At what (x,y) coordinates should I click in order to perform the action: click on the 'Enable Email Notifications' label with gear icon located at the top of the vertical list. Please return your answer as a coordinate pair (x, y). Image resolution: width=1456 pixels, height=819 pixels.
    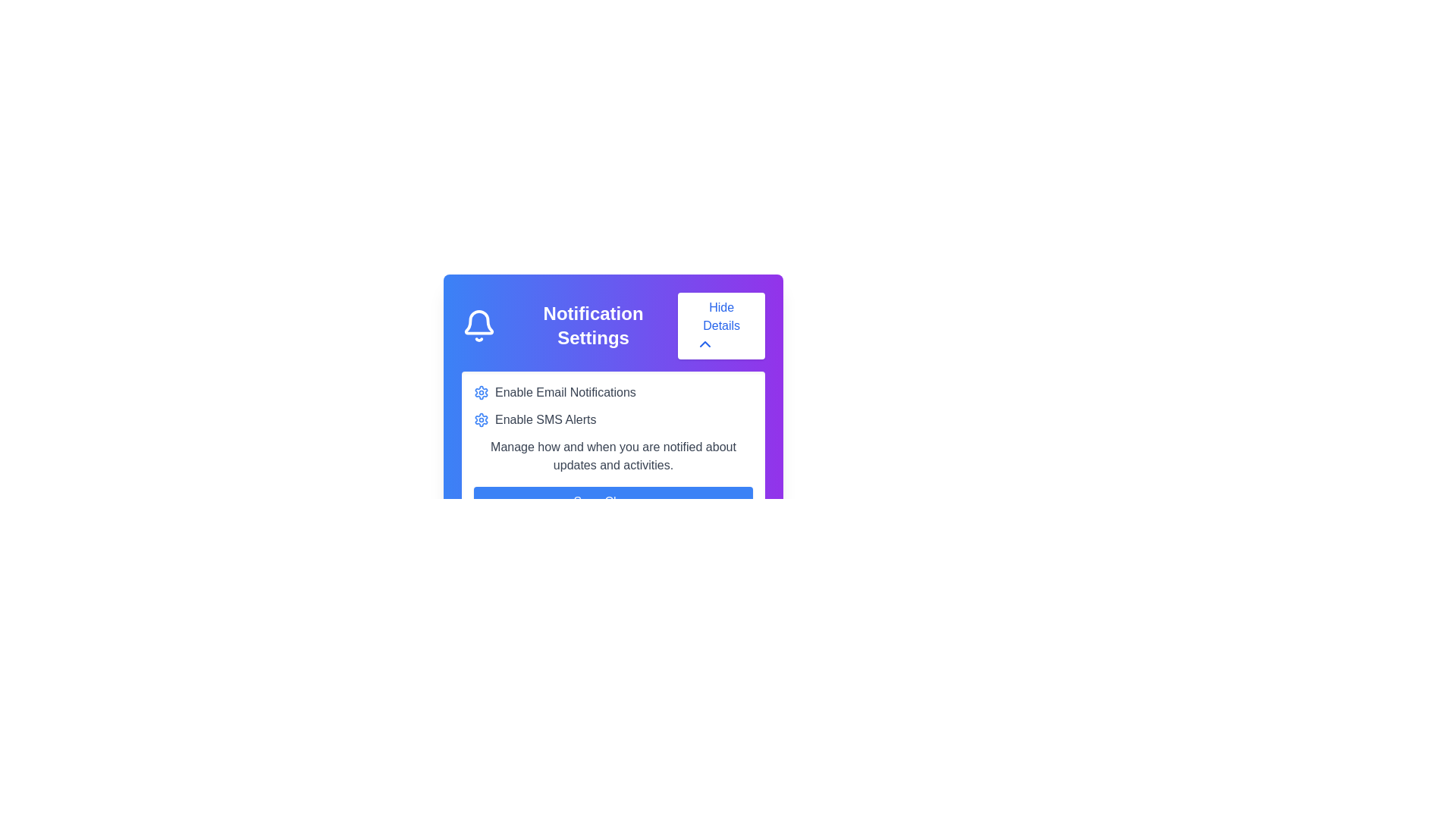
    Looking at the image, I should click on (613, 391).